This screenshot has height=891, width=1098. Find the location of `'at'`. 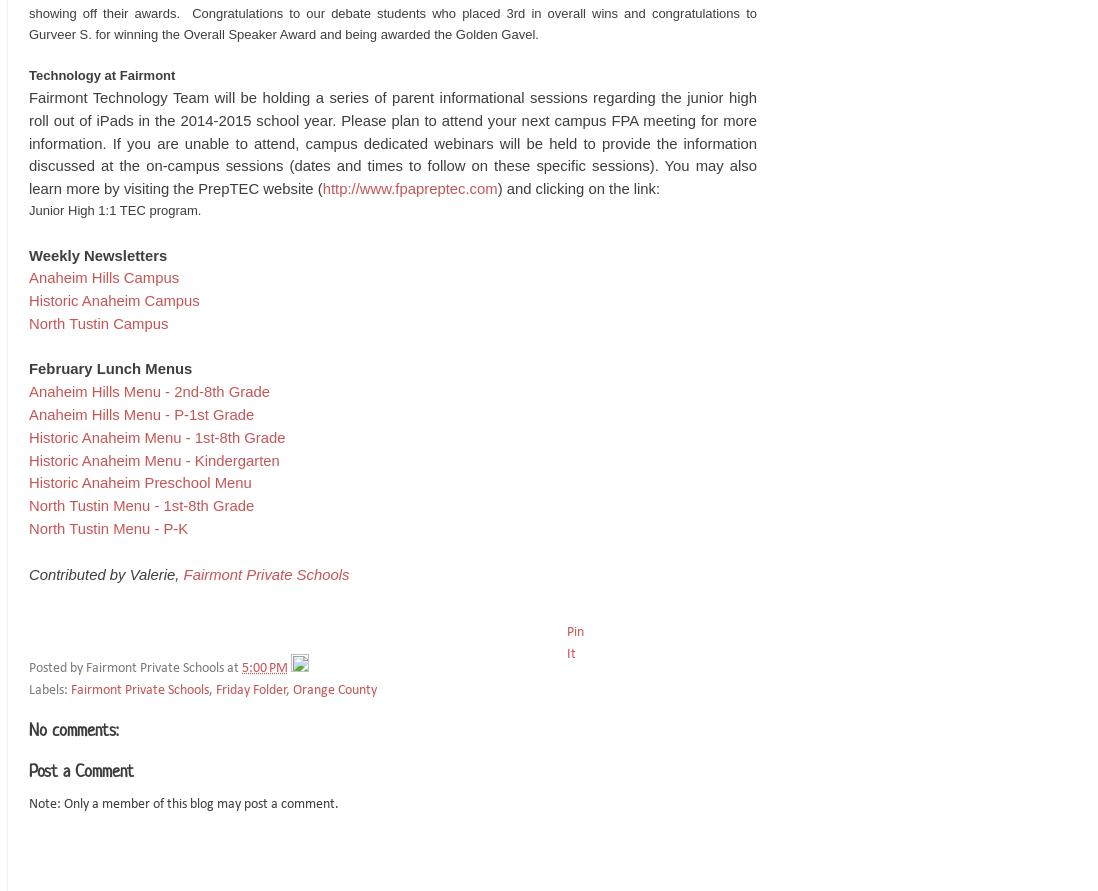

'at' is located at coordinates (233, 667).